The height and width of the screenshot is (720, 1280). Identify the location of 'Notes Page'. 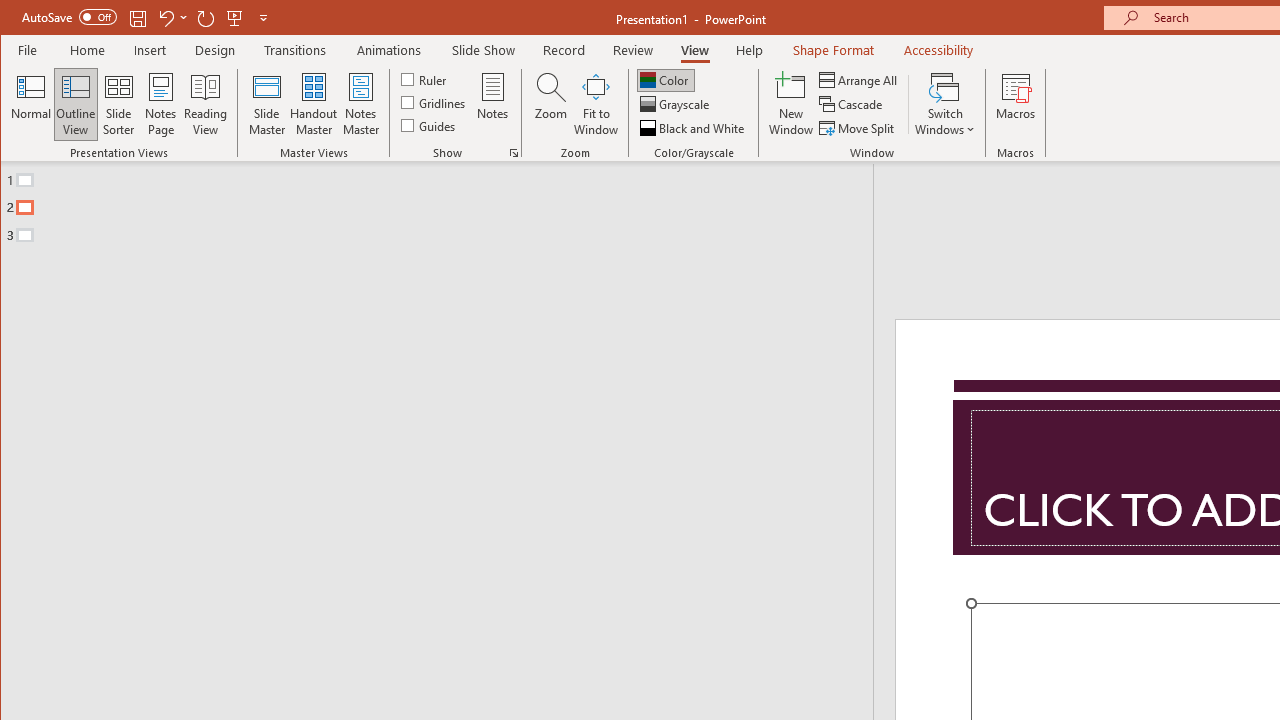
(160, 104).